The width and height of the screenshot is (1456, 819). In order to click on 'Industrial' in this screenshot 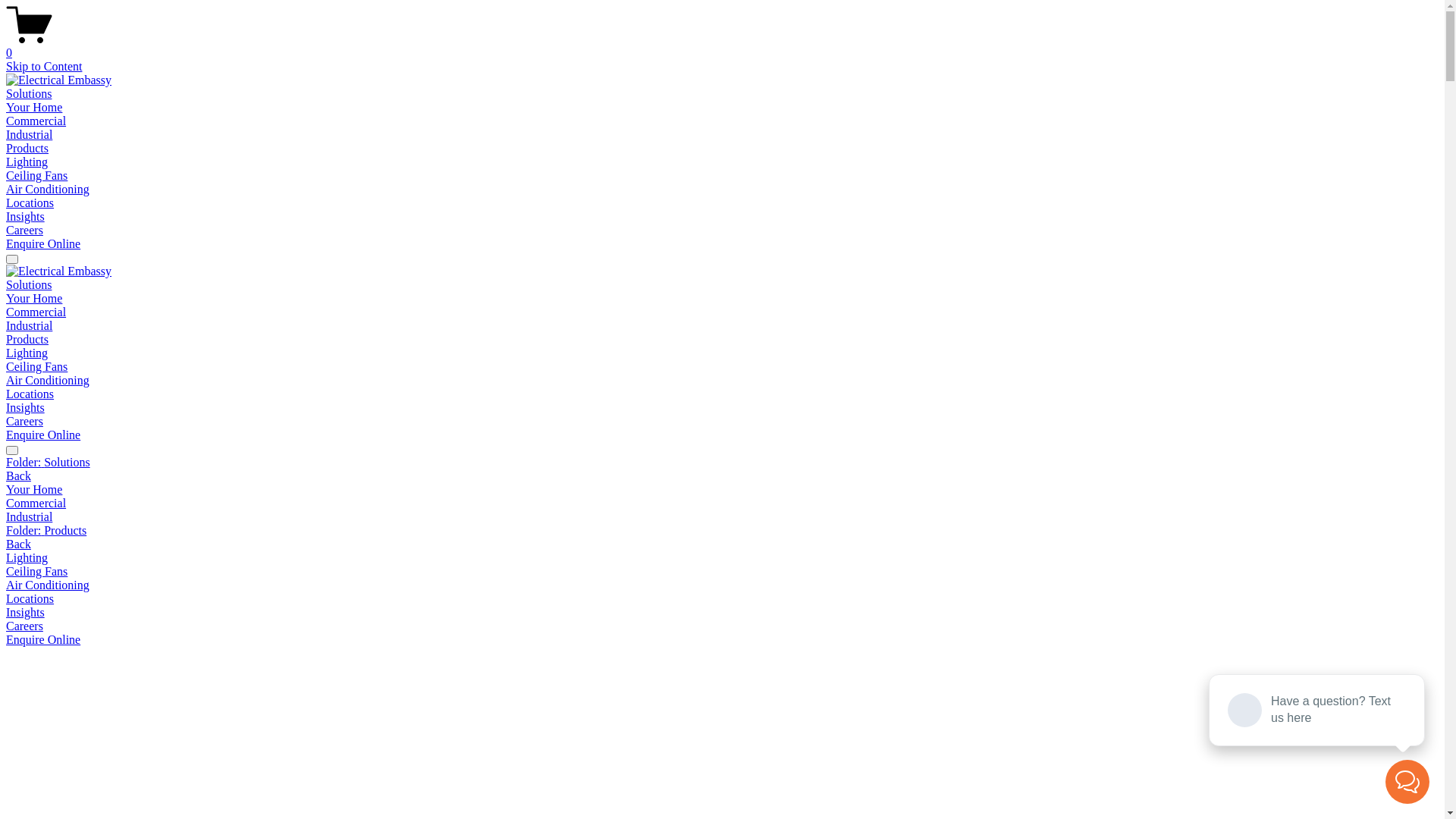, I will do `click(29, 325)`.